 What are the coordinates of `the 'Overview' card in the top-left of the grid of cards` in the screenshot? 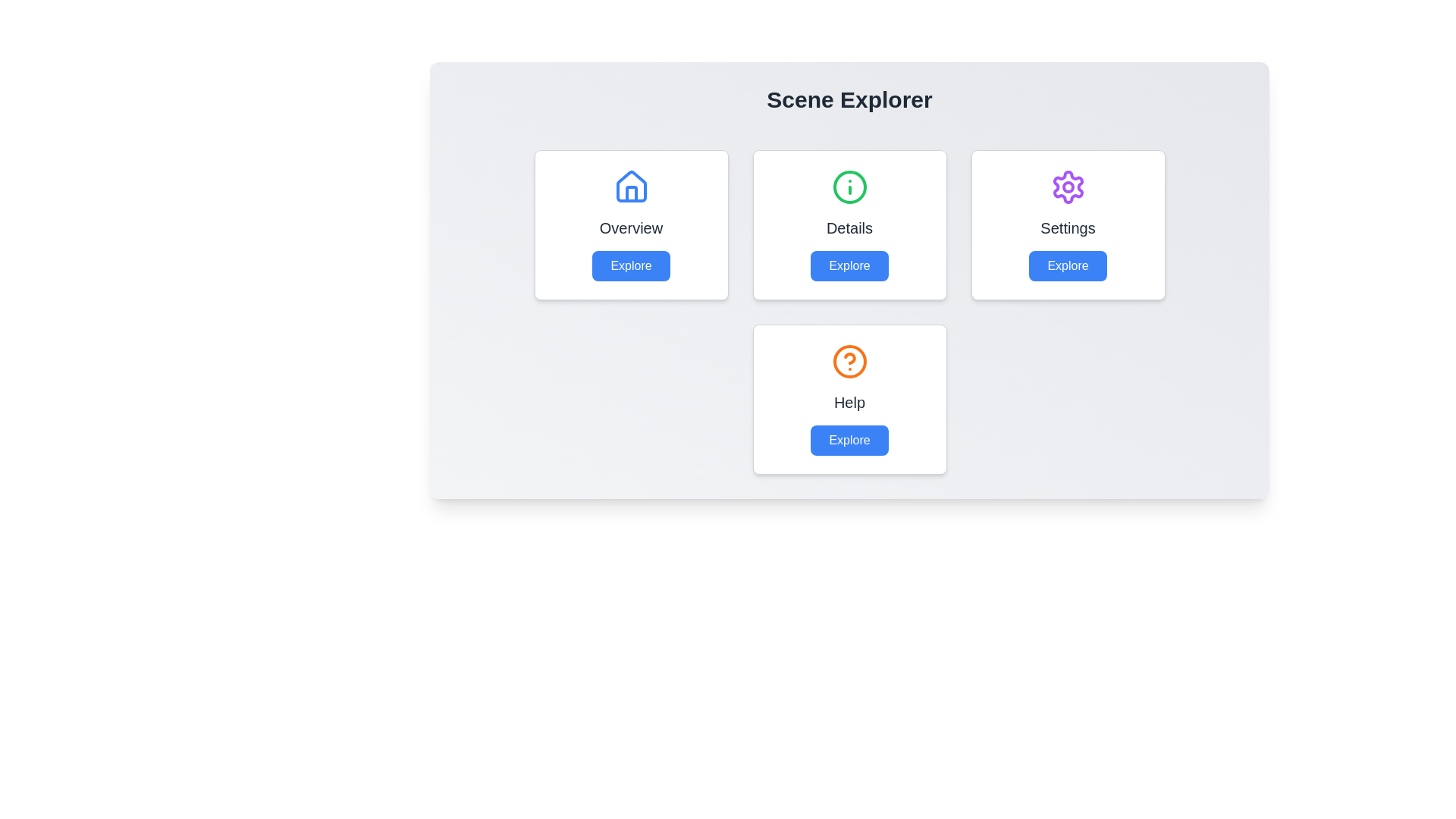 It's located at (631, 225).